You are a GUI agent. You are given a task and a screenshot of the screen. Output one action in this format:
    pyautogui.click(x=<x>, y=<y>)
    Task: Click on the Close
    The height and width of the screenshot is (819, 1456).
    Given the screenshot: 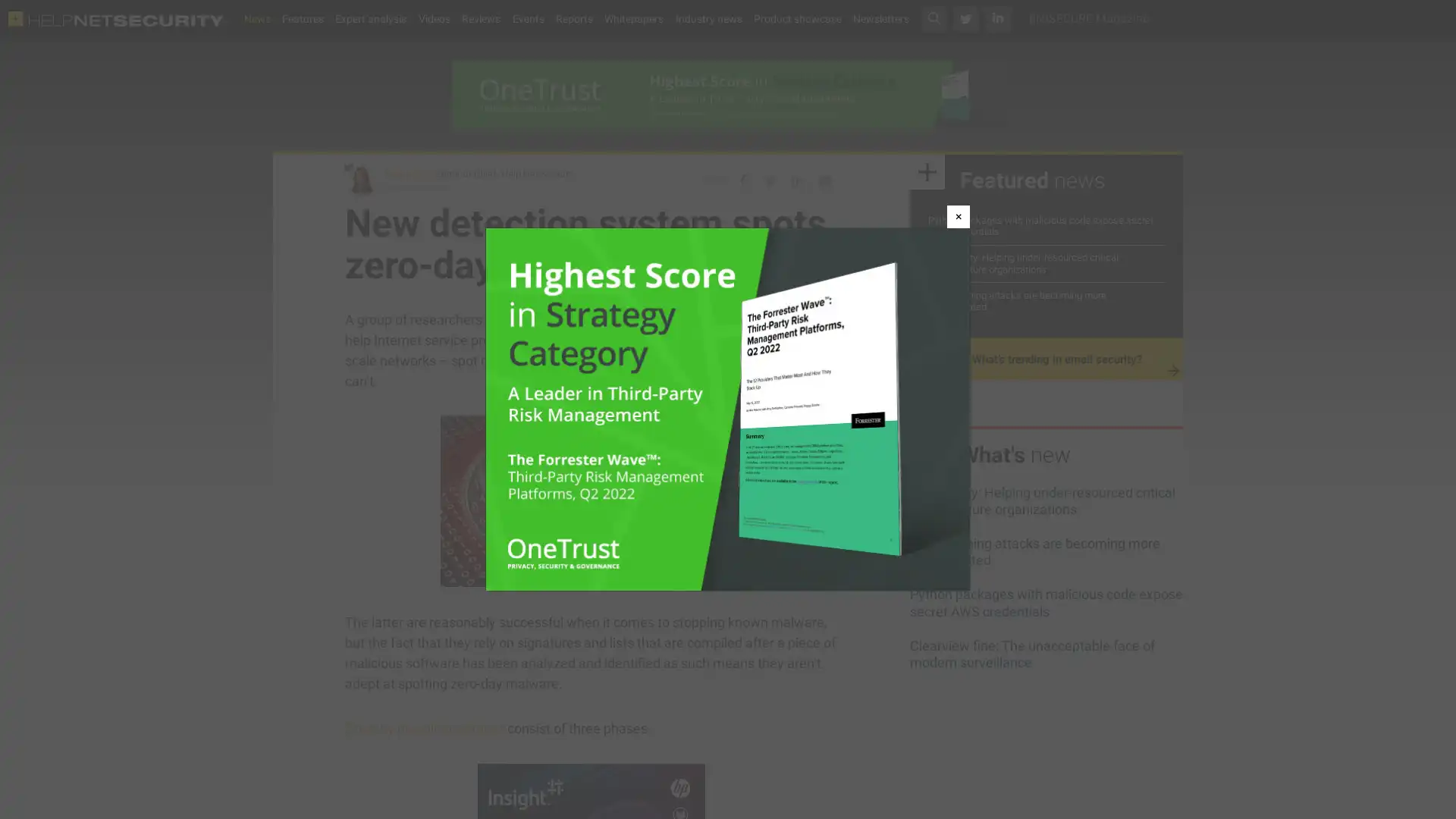 What is the action you would take?
    pyautogui.click(x=957, y=216)
    